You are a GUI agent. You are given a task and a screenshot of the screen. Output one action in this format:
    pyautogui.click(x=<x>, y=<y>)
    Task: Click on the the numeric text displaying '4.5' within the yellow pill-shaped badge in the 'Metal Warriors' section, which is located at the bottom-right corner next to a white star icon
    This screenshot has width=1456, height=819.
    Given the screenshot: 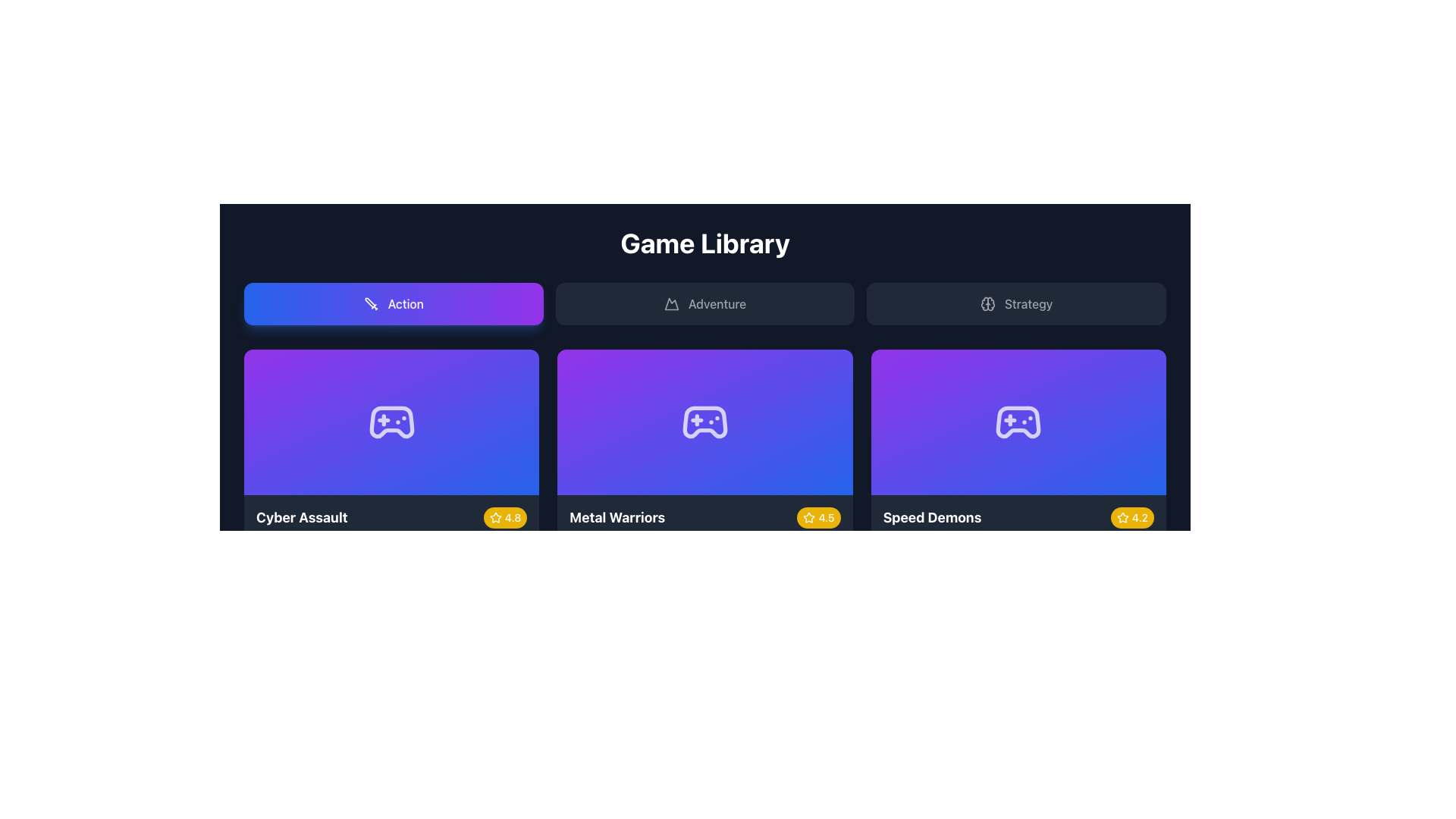 What is the action you would take?
    pyautogui.click(x=825, y=516)
    